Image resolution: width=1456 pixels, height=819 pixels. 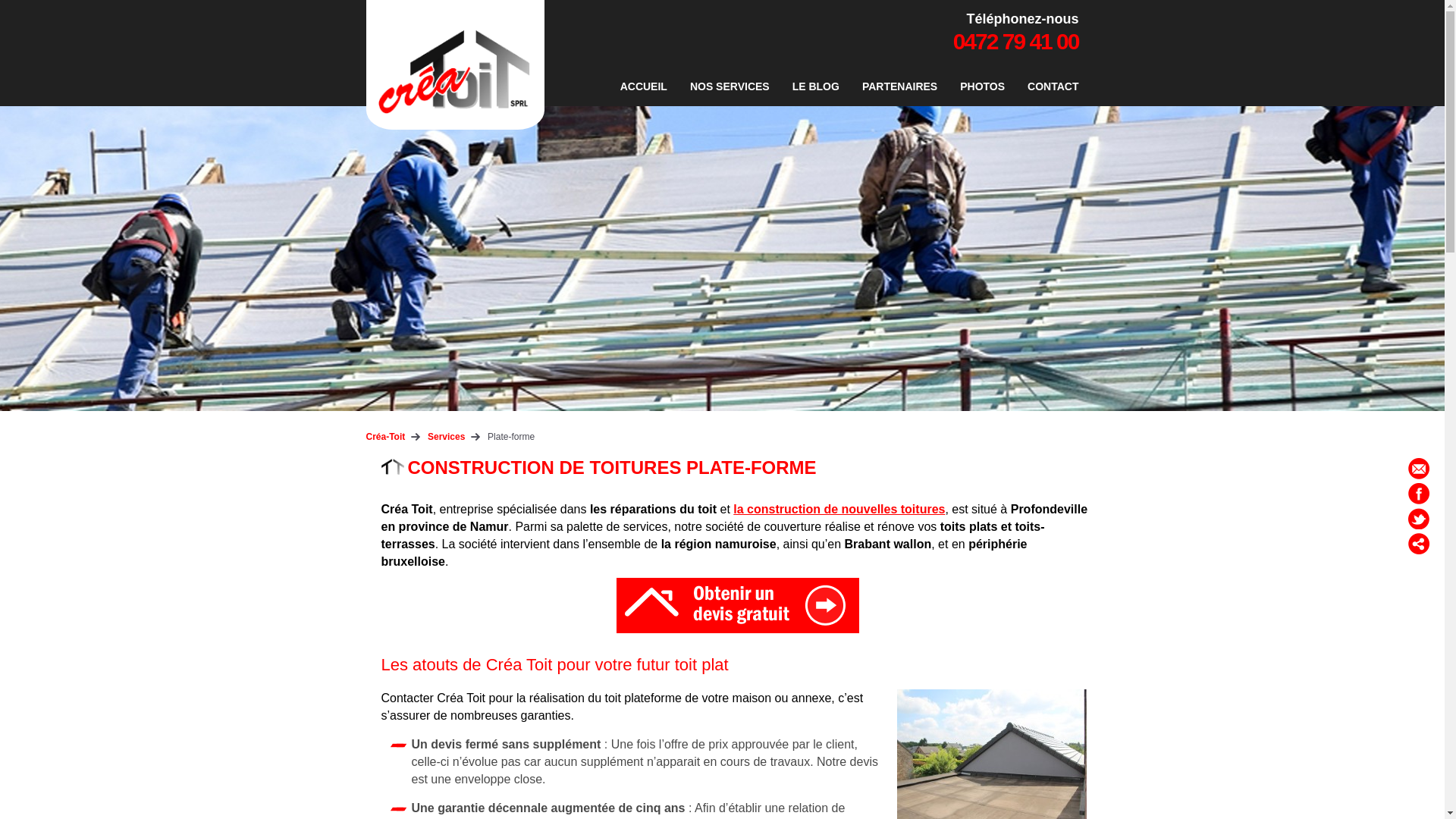 What do you see at coordinates (899, 86) in the screenshot?
I see `'PARTENAIRES'` at bounding box center [899, 86].